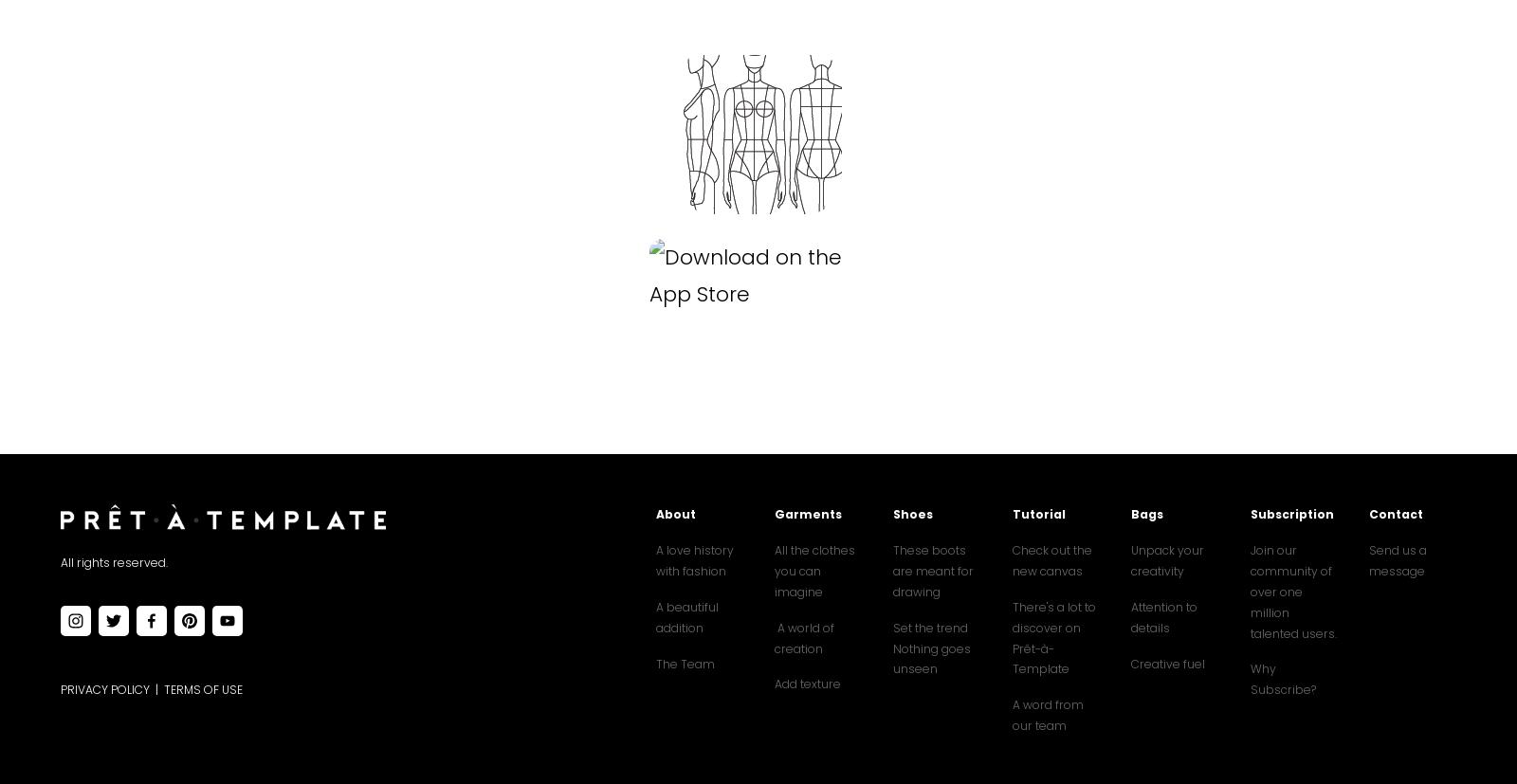 Image resolution: width=1517 pixels, height=784 pixels. Describe the element at coordinates (933, 570) in the screenshot. I see `'These boots are meant for drawing'` at that location.